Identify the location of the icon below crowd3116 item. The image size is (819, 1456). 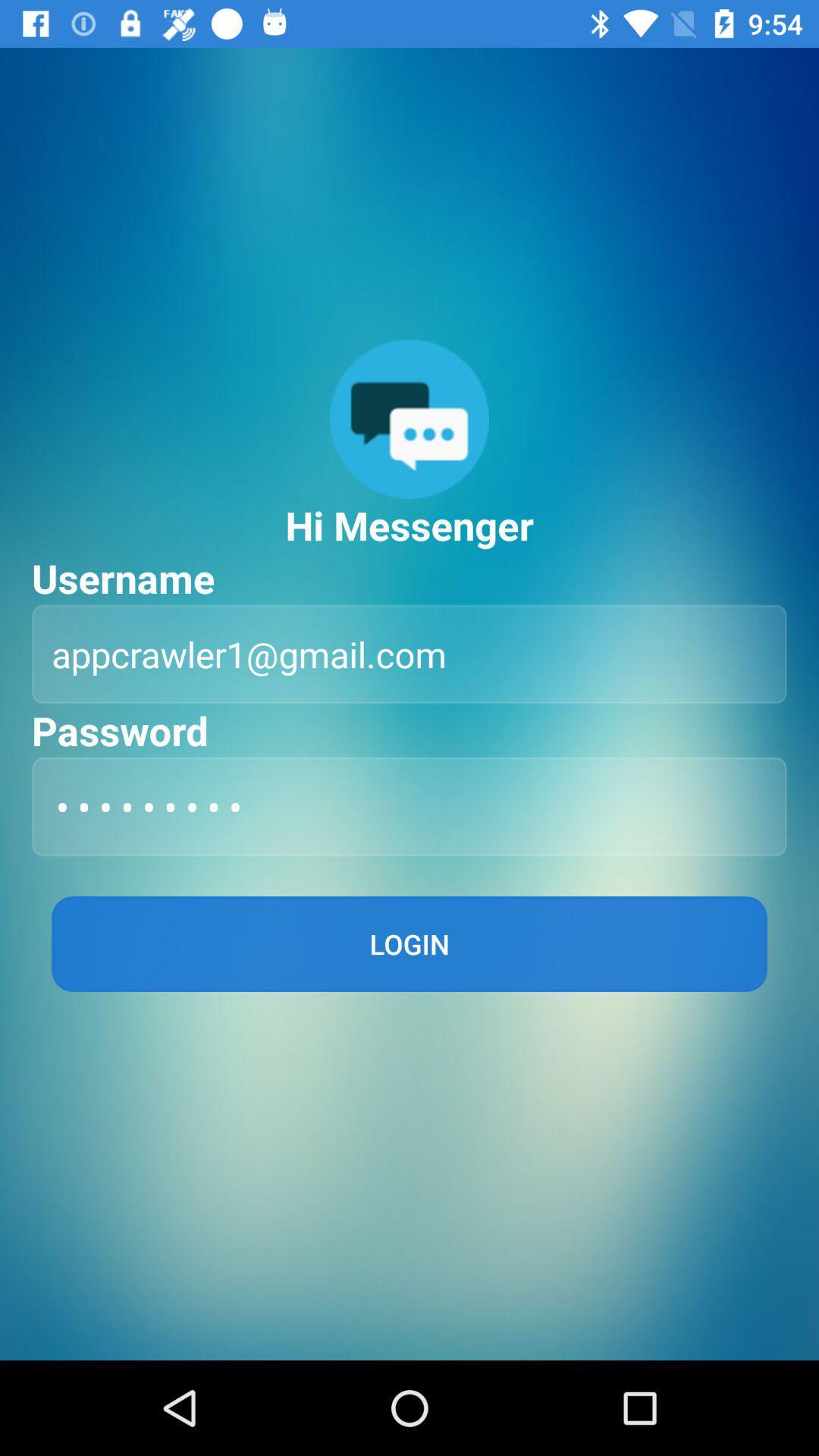
(409, 943).